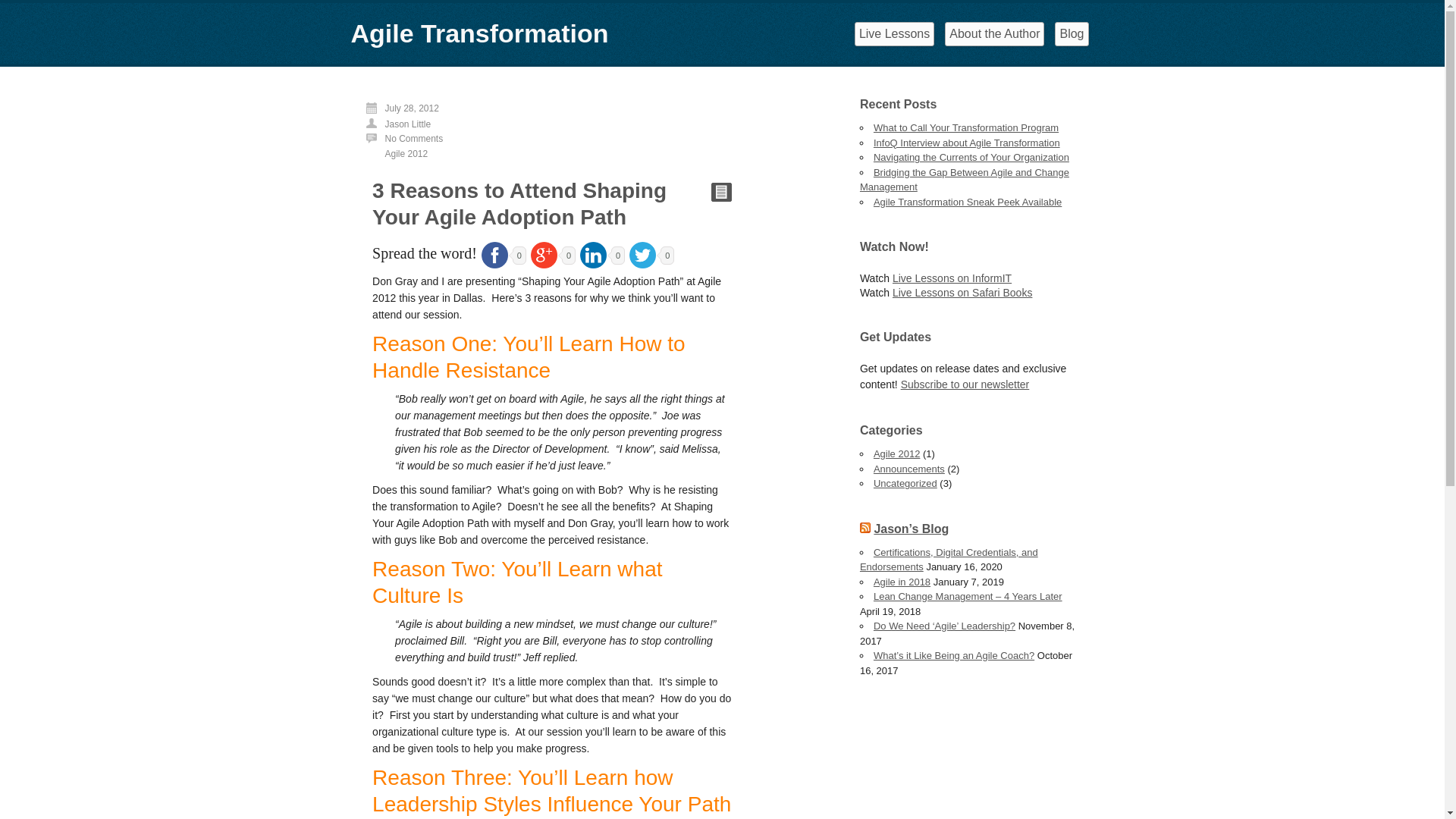  I want to click on 'Linkedin', so click(592, 254).